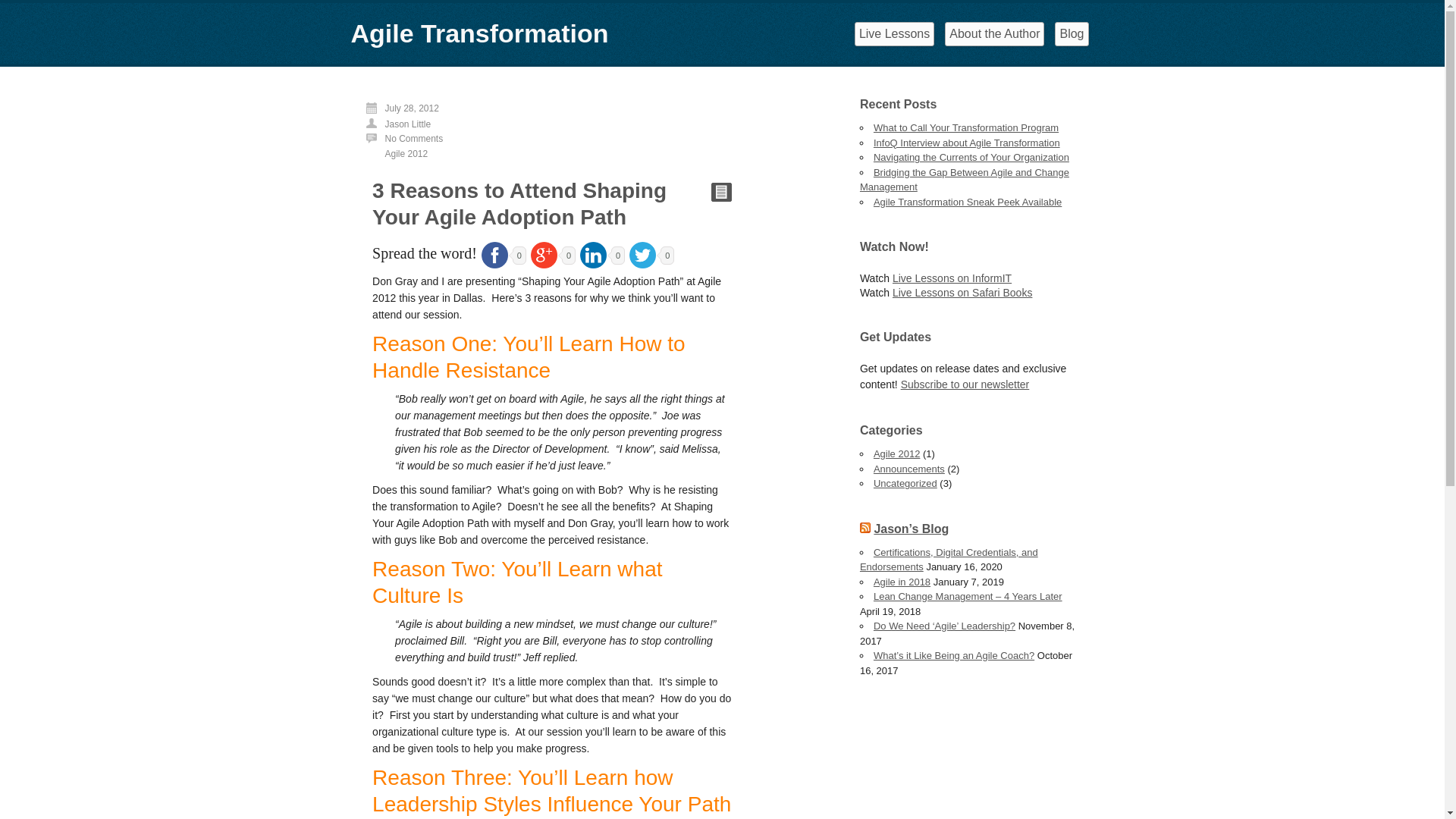  I want to click on 'Linkedin', so click(592, 254).